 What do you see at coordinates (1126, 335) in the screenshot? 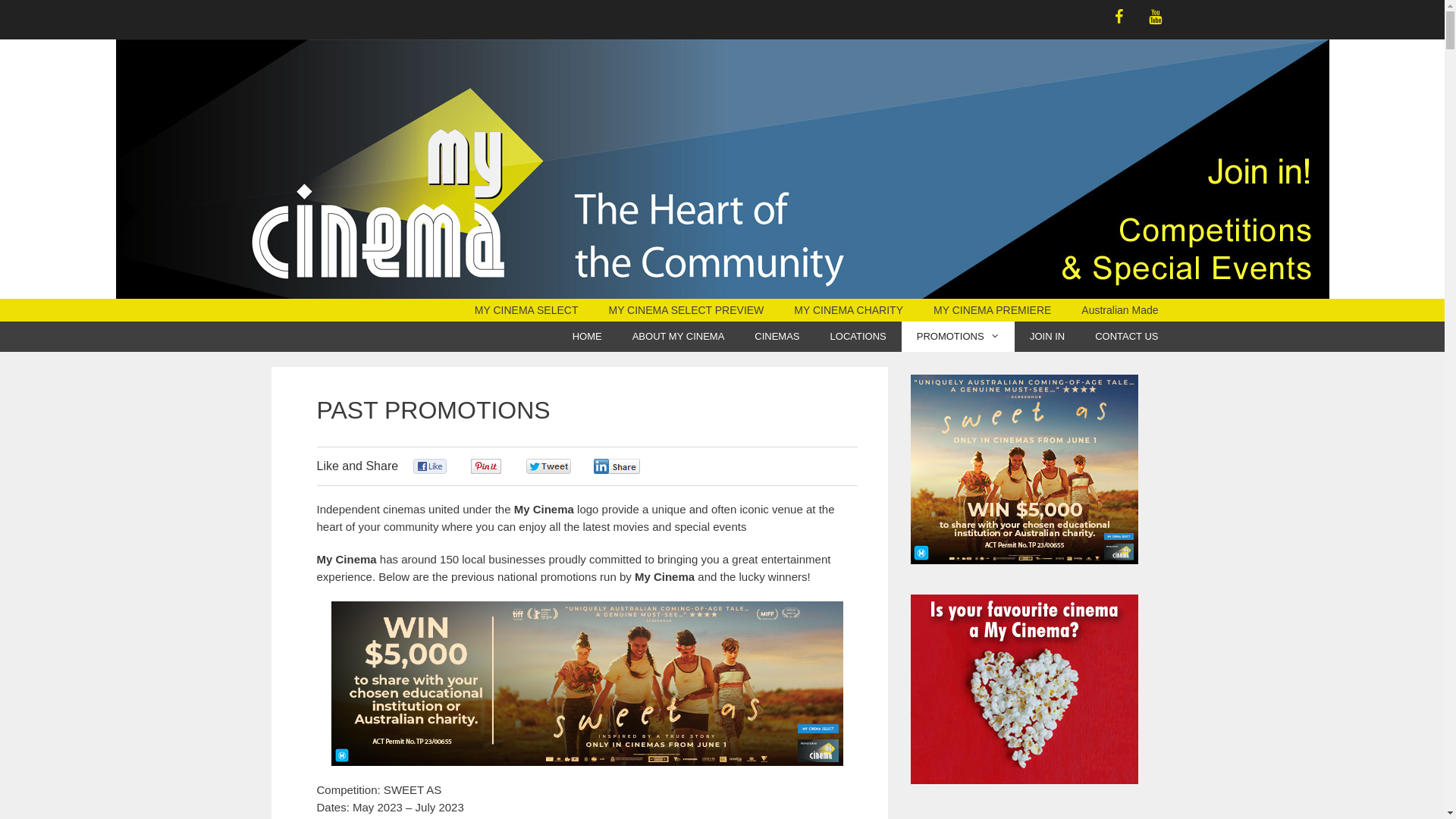
I see `'CONTACT US'` at bounding box center [1126, 335].